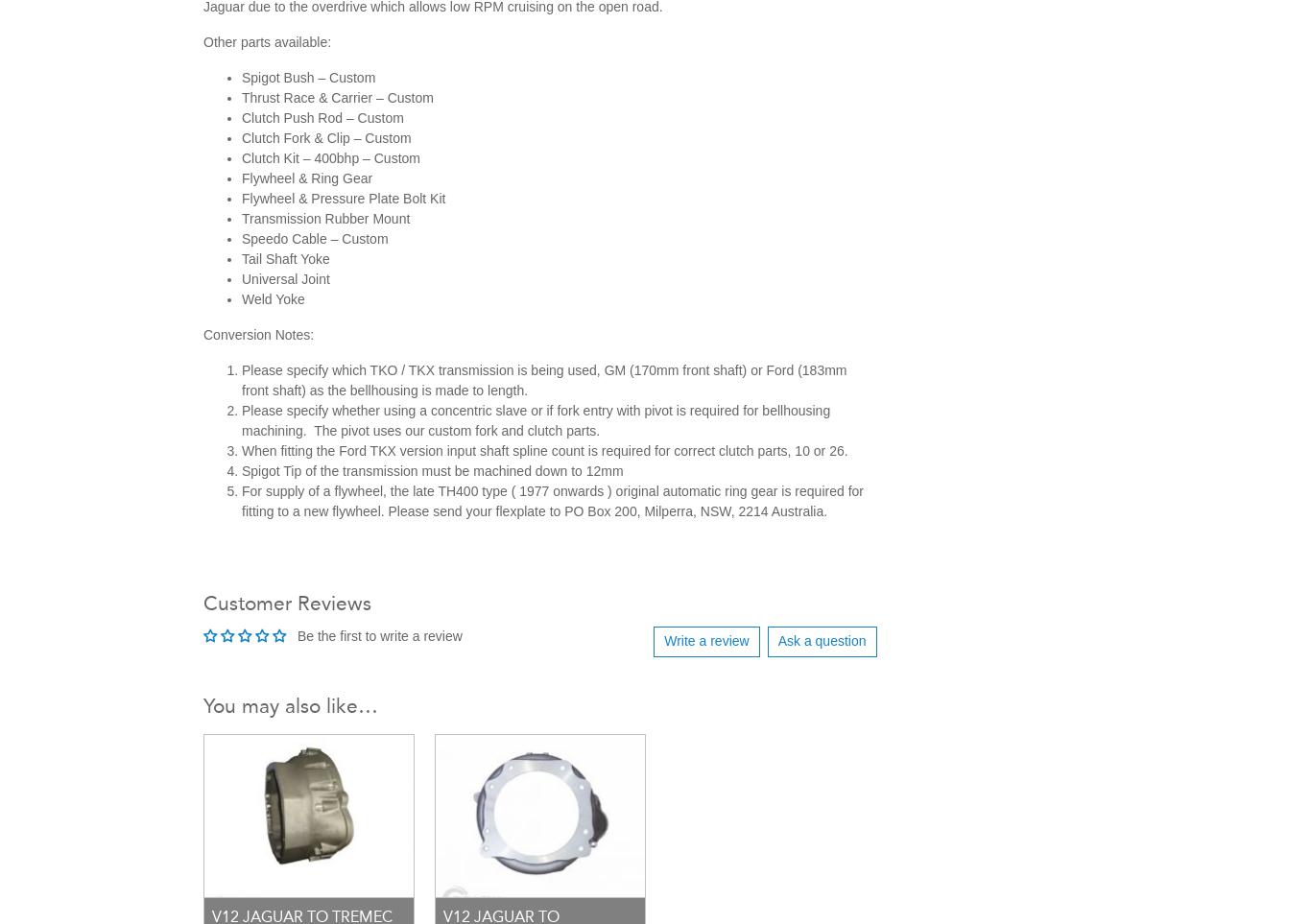  What do you see at coordinates (242, 116) in the screenshot?
I see `'Clutch Push Rod – Custom'` at bounding box center [242, 116].